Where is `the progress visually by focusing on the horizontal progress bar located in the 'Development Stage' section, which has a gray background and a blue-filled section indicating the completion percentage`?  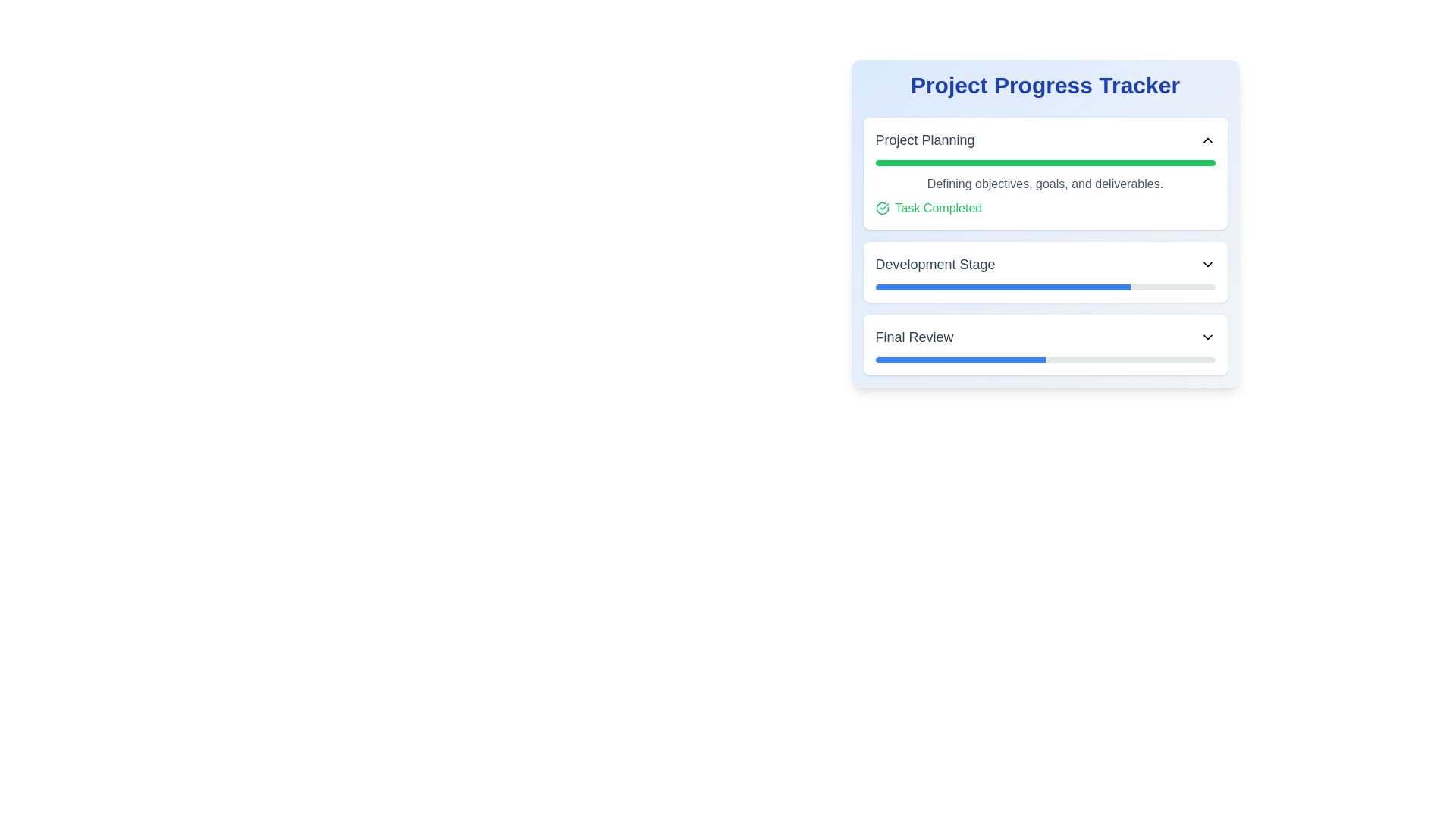 the progress visually by focusing on the horizontal progress bar located in the 'Development Stage' section, which has a gray background and a blue-filled section indicating the completion percentage is located at coordinates (1044, 287).